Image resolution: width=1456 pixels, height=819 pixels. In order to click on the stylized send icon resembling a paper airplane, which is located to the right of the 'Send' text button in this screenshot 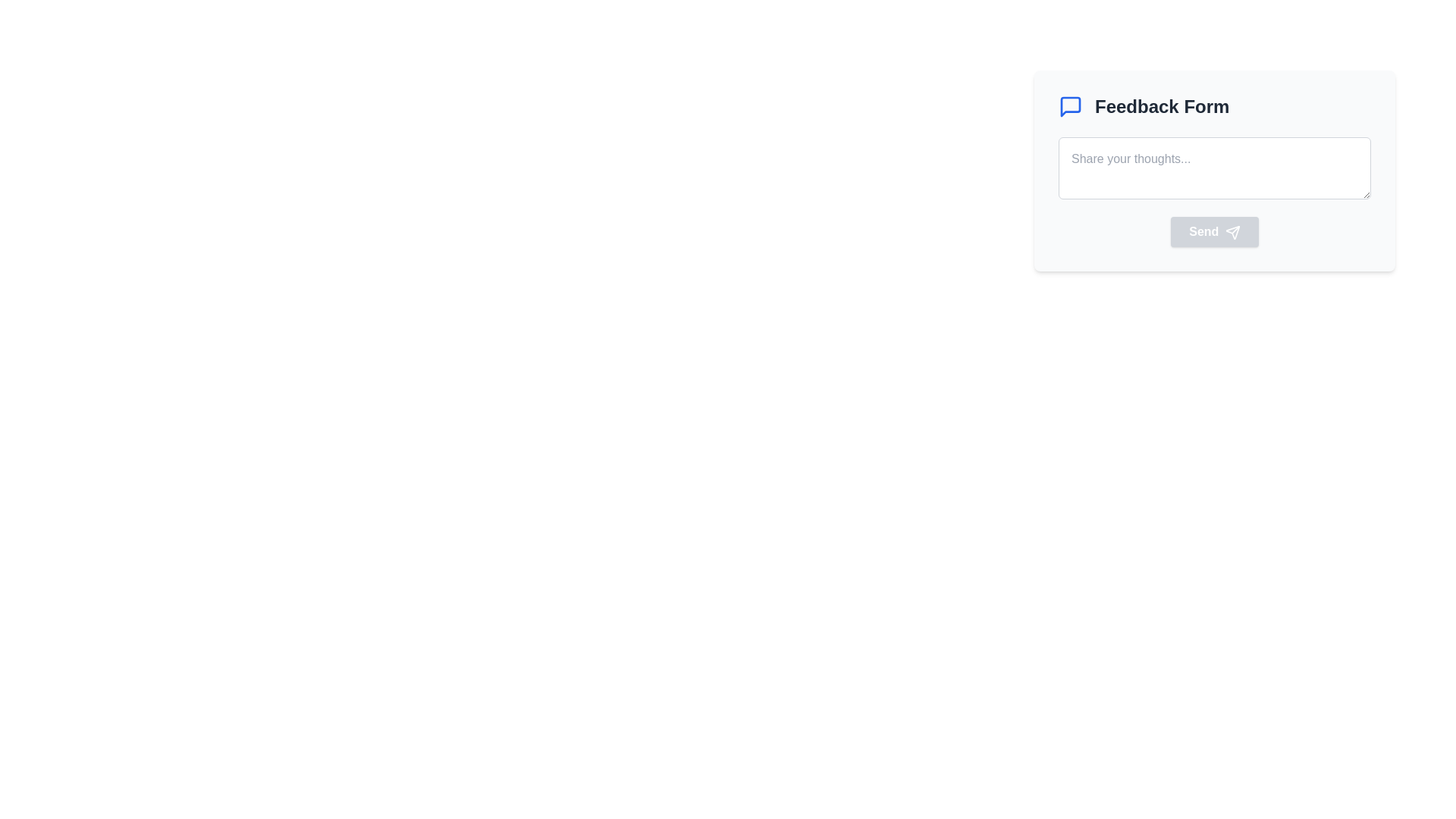, I will do `click(1232, 232)`.